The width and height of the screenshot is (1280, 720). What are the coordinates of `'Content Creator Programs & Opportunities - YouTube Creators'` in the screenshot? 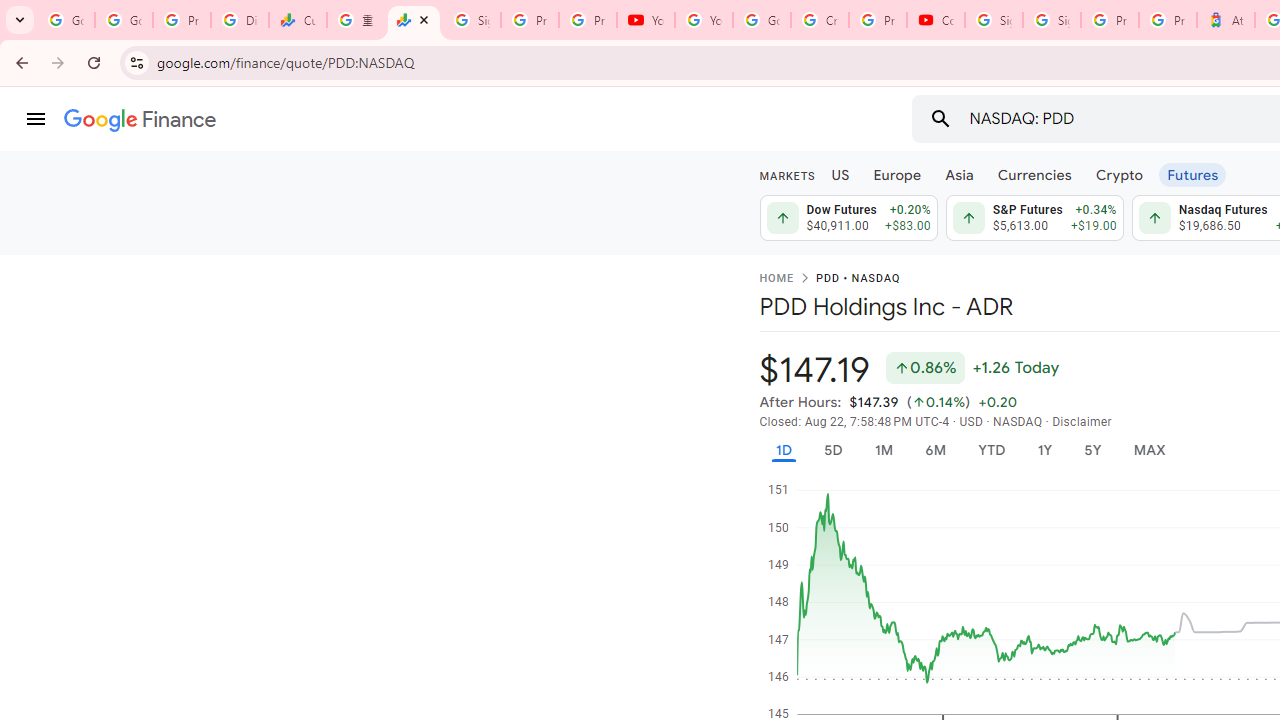 It's located at (935, 20).